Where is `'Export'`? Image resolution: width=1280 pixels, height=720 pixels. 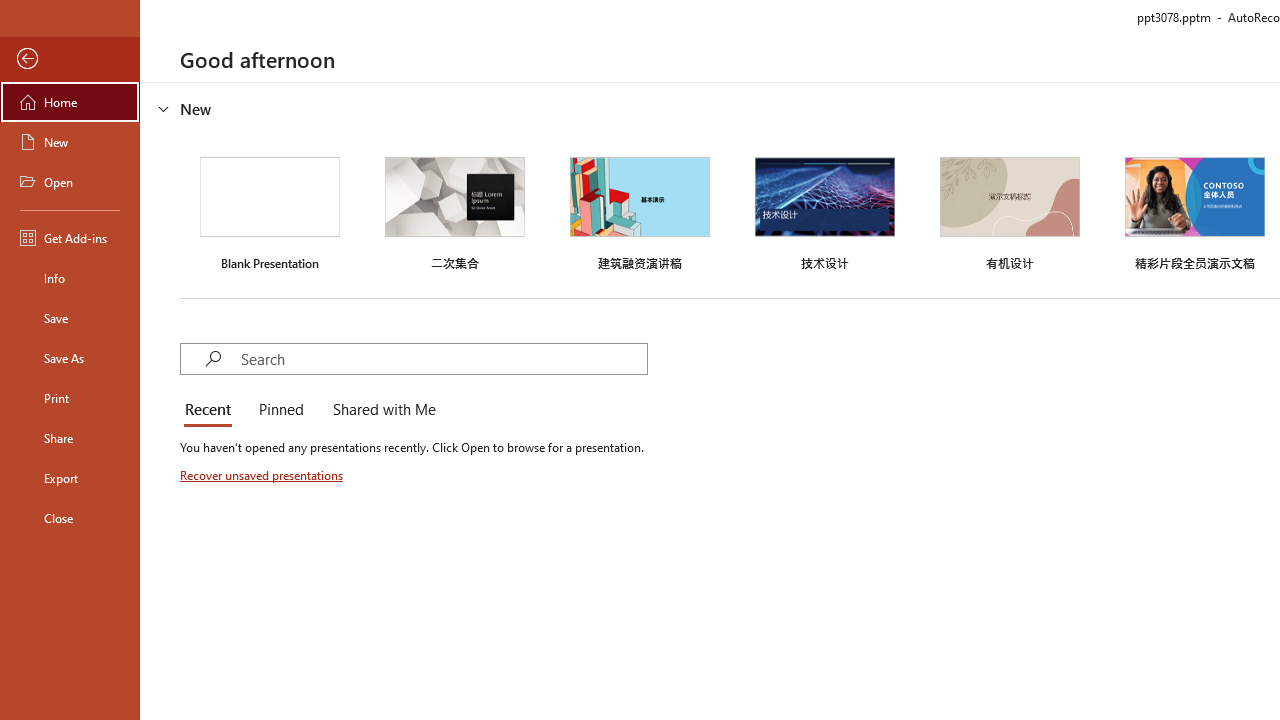
'Export' is located at coordinates (69, 478).